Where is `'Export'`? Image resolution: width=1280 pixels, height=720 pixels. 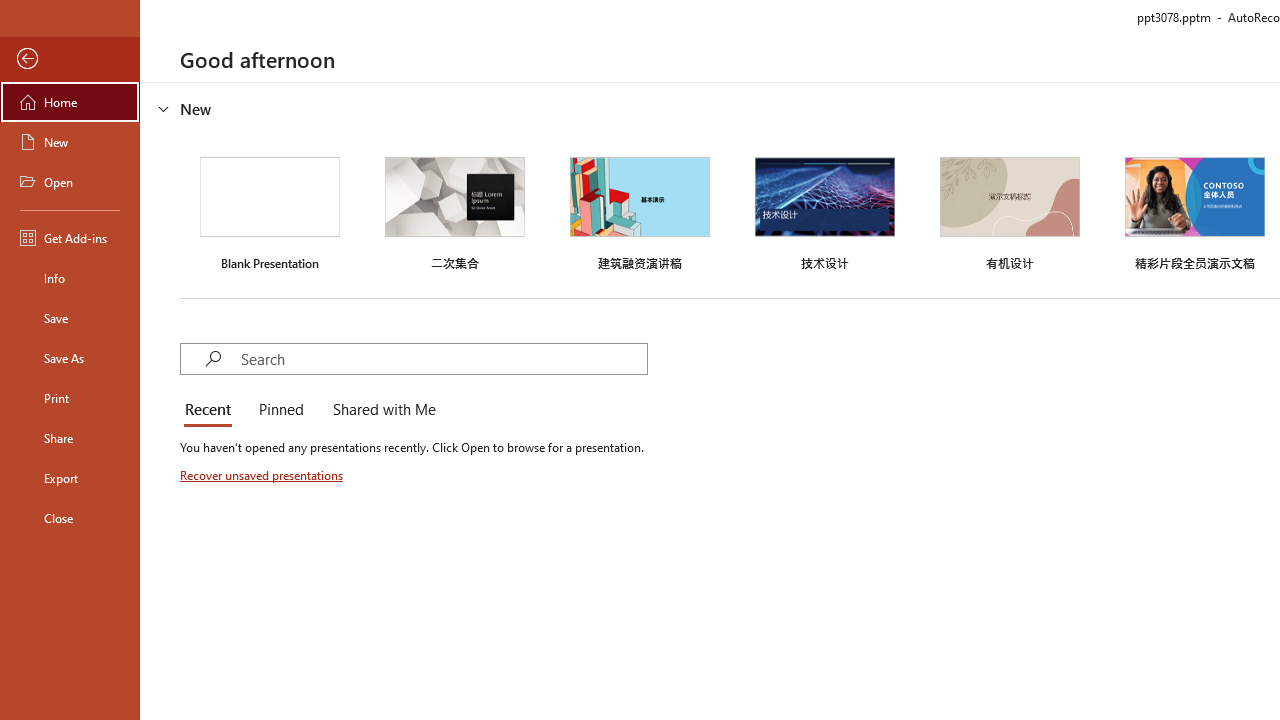
'Export' is located at coordinates (69, 478).